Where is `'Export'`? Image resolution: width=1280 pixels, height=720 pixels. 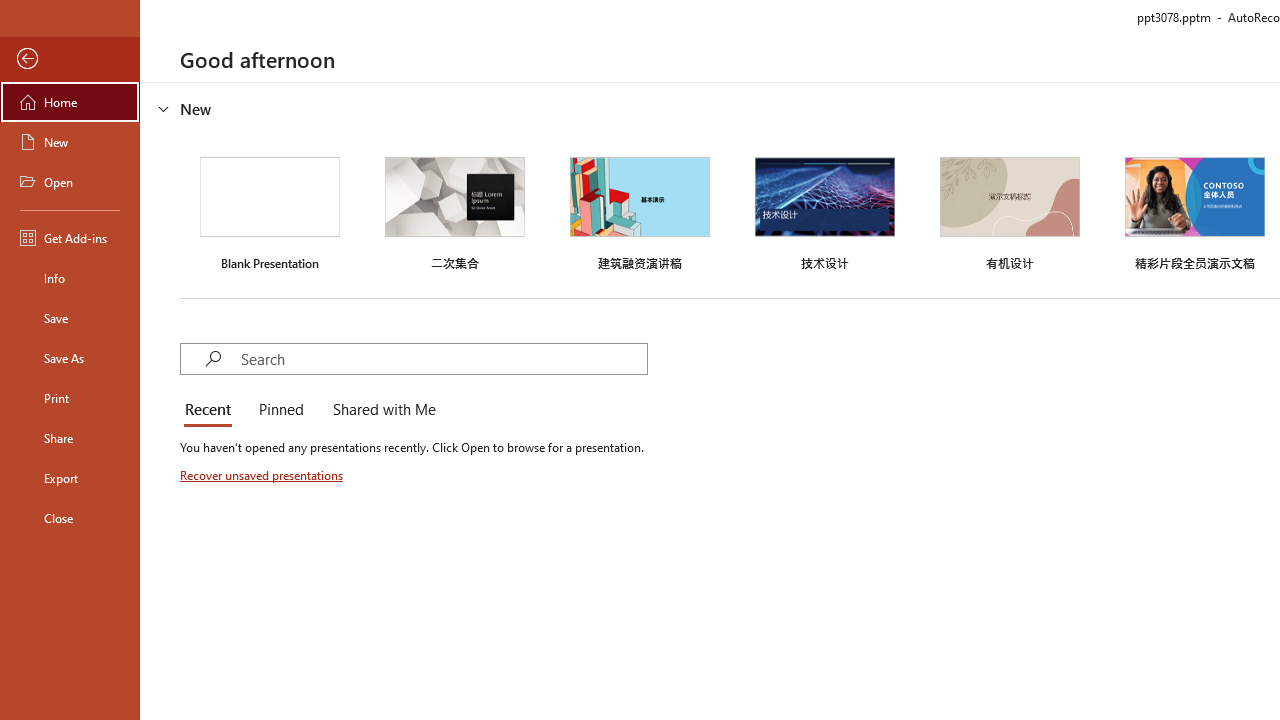
'Export' is located at coordinates (69, 478).